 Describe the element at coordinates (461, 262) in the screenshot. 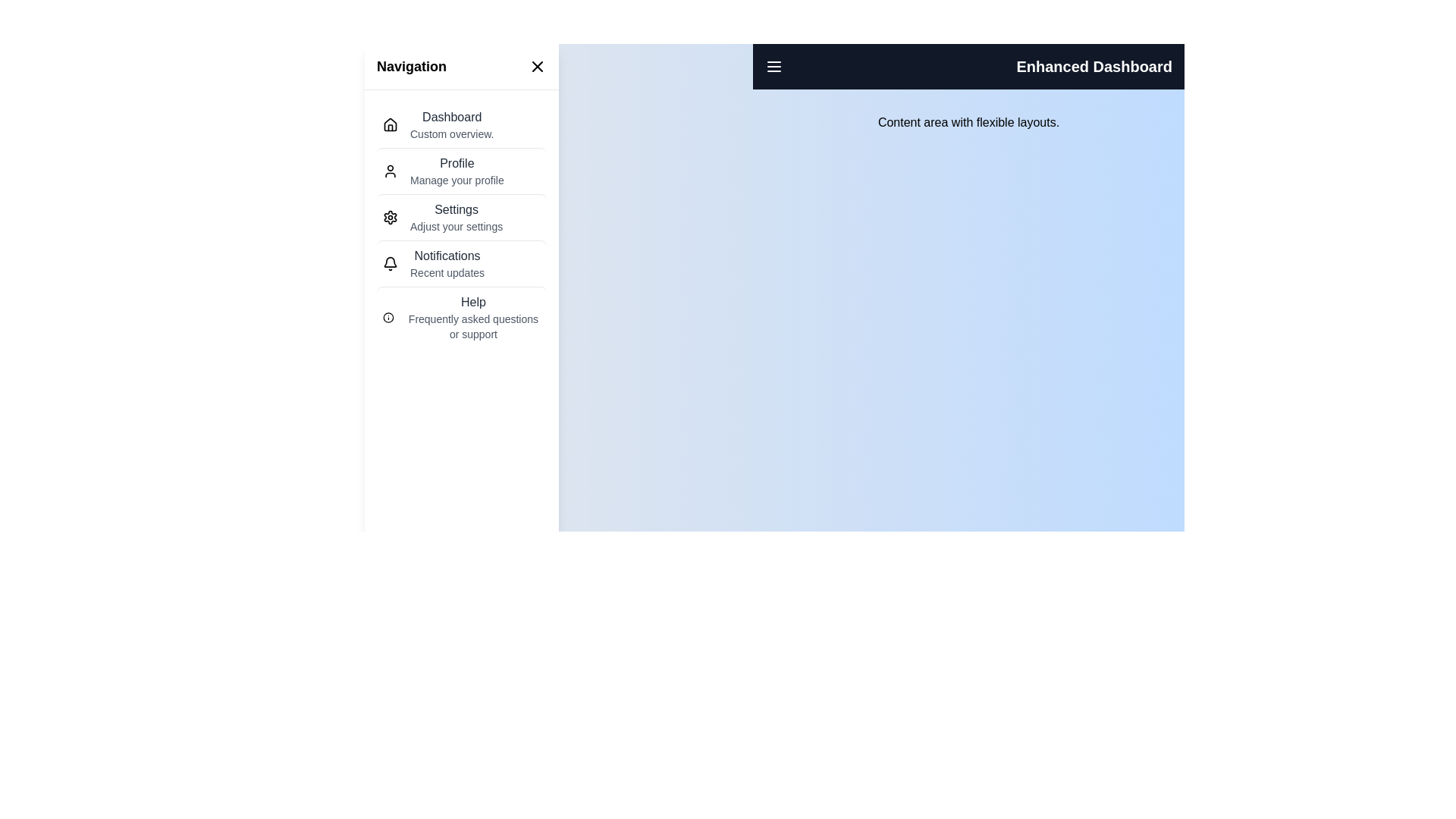

I see `the fourth item in the sidebar navigation menu, which features a bell icon and the text 'Notifications' and 'Recent updates'` at that location.